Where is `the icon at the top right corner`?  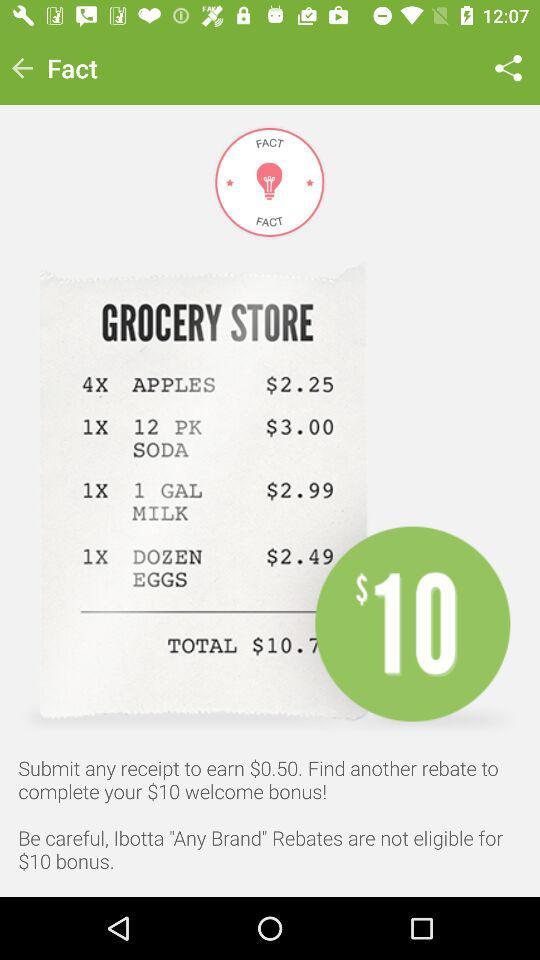 the icon at the top right corner is located at coordinates (508, 68).